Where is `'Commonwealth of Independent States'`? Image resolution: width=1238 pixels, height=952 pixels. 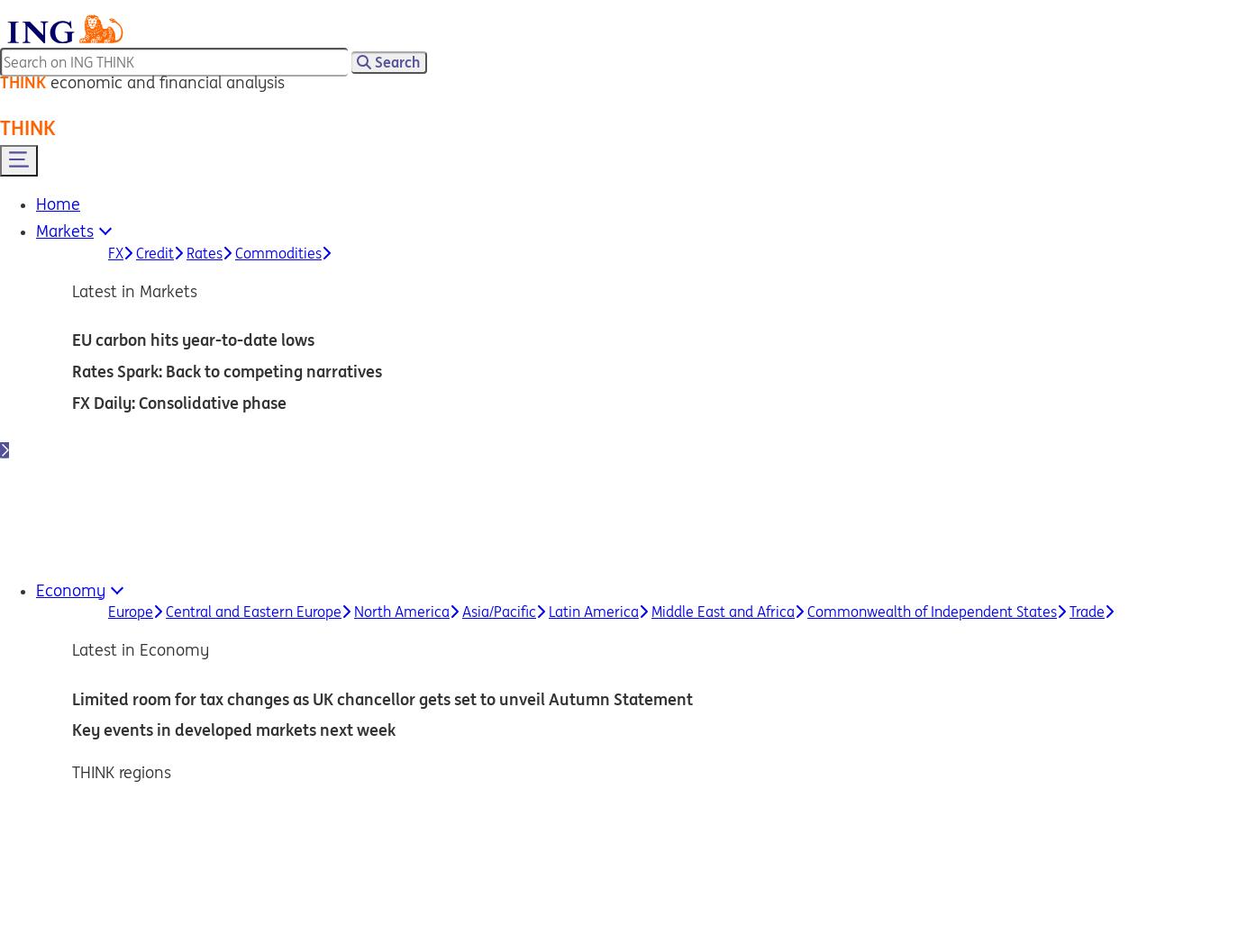 'Commonwealth of Independent States' is located at coordinates (932, 612).